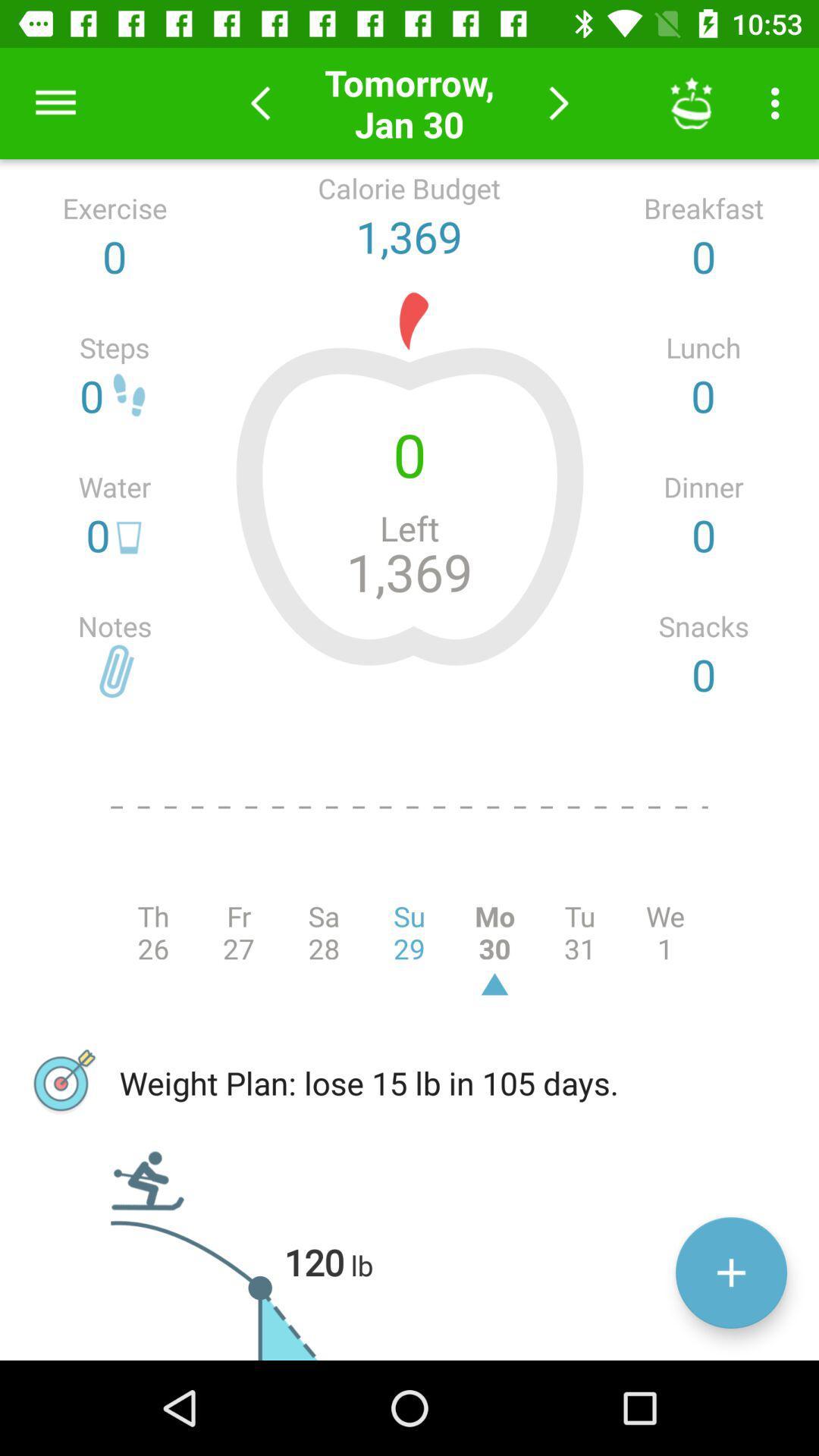  What do you see at coordinates (259, 102) in the screenshot?
I see `go back` at bounding box center [259, 102].